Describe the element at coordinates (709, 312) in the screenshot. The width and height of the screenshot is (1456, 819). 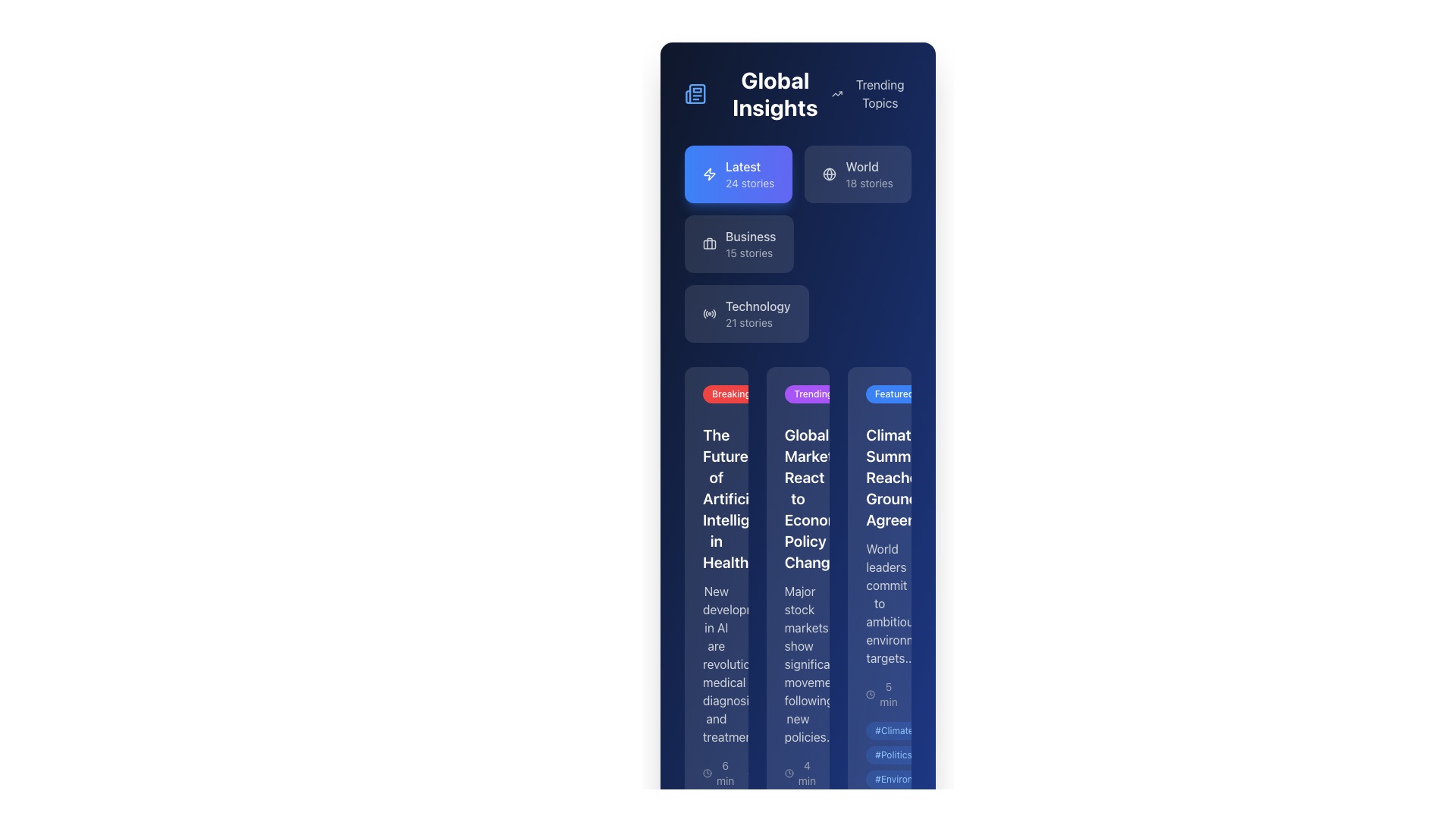
I see `the circular radio symbol icon with waves, located to the left of 'Technology 21 stories' in the fourth category of the sidebar` at that location.